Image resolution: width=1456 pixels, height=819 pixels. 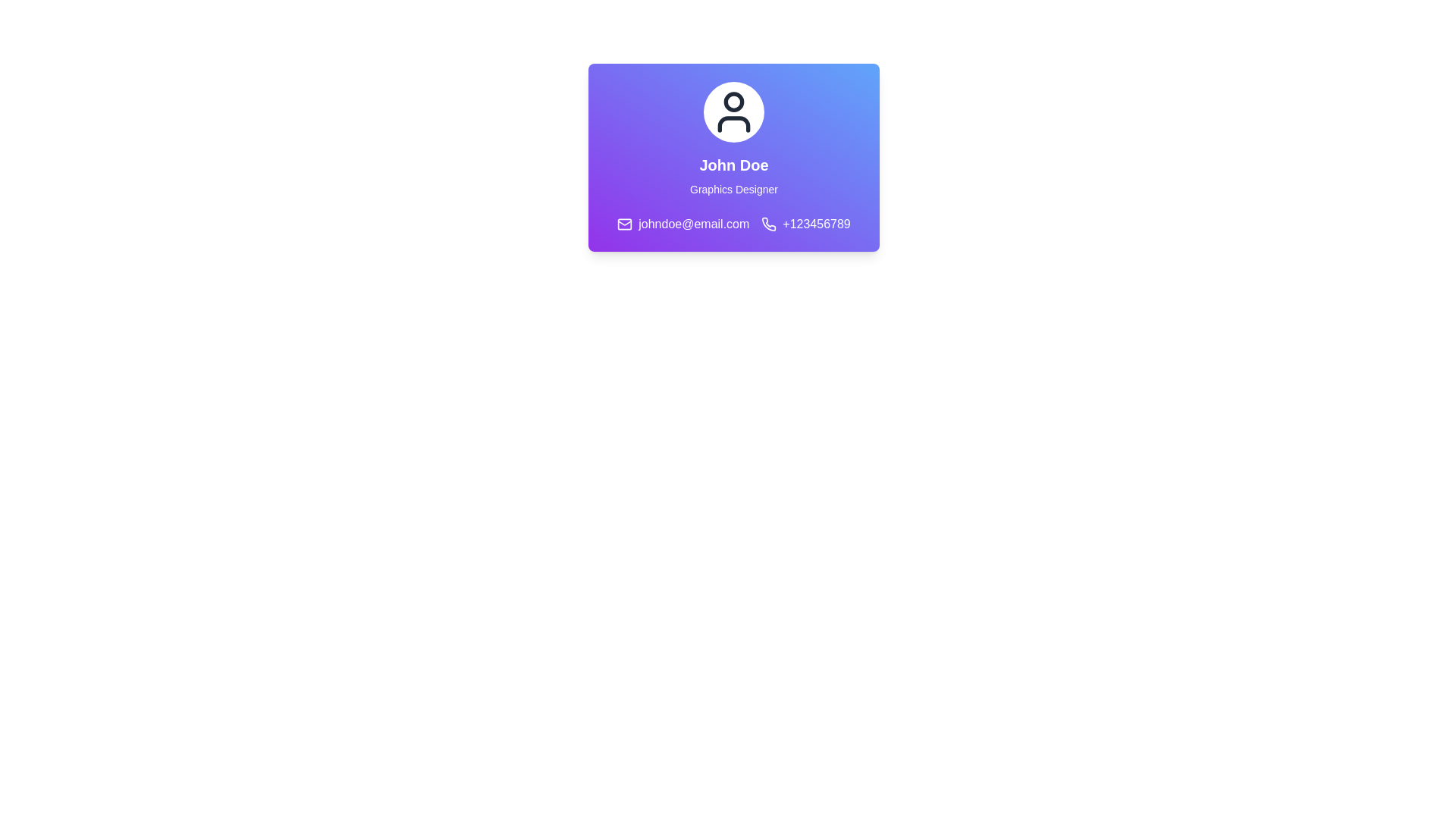 What do you see at coordinates (816, 224) in the screenshot?
I see `the Text Label displaying the text '+123456789' which is styled in white on a purple background, located next to a phone icon in the contact information section` at bounding box center [816, 224].